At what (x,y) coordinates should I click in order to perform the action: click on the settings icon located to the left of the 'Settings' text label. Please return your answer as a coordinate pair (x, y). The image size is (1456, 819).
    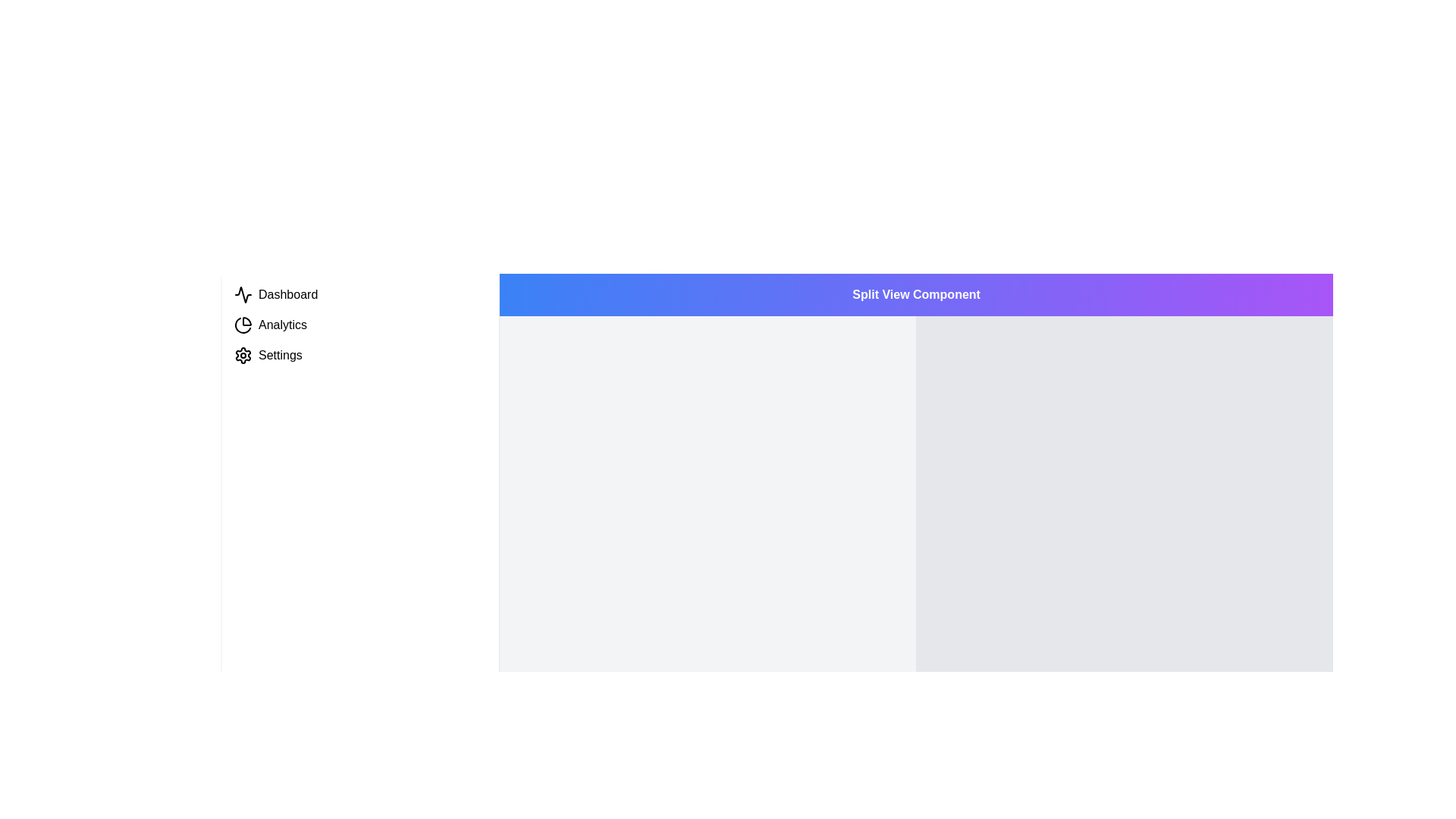
    Looking at the image, I should click on (243, 356).